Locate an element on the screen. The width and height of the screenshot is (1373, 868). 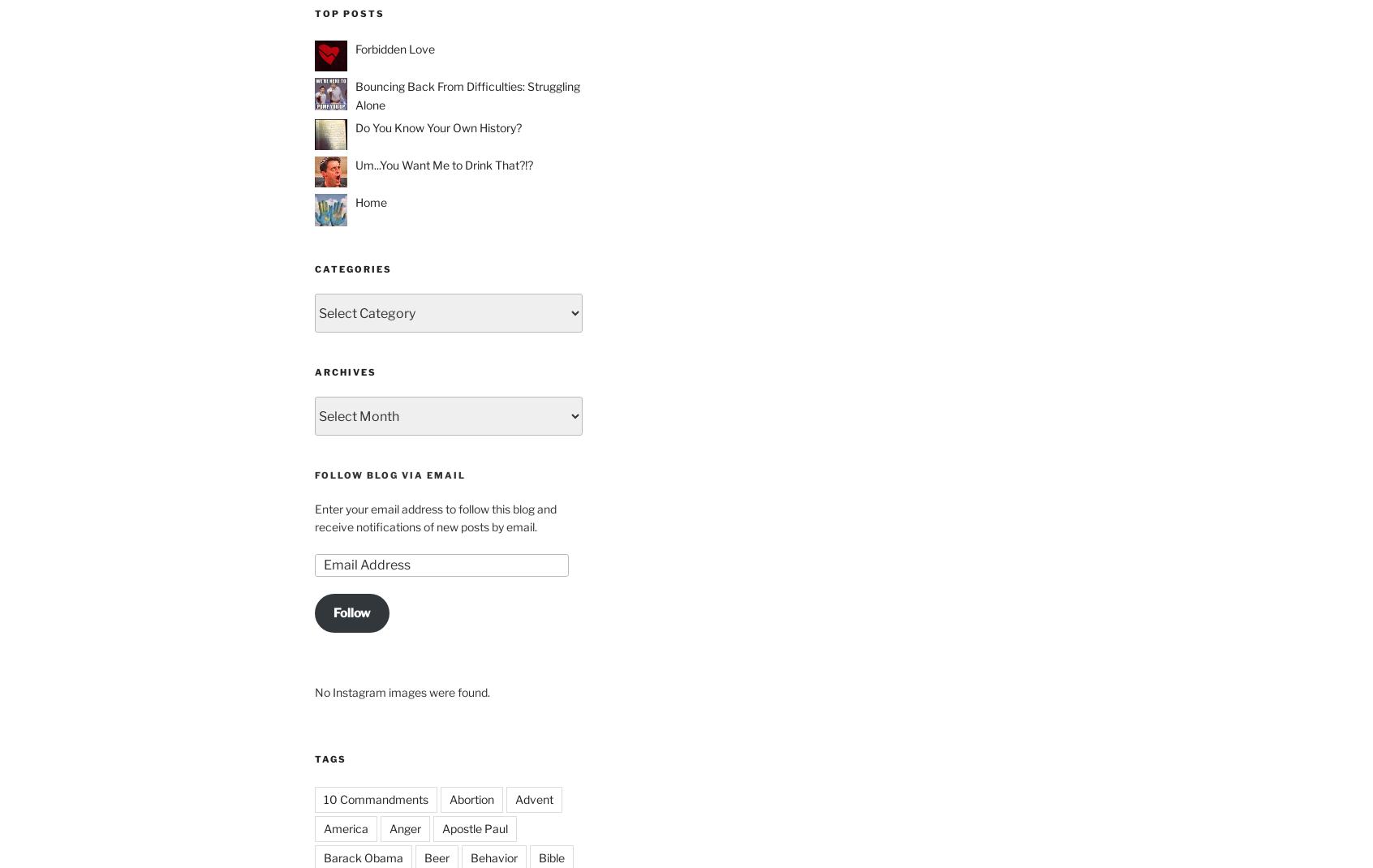
'Um...You Want Me to Drink That?!?' is located at coordinates (444, 164).